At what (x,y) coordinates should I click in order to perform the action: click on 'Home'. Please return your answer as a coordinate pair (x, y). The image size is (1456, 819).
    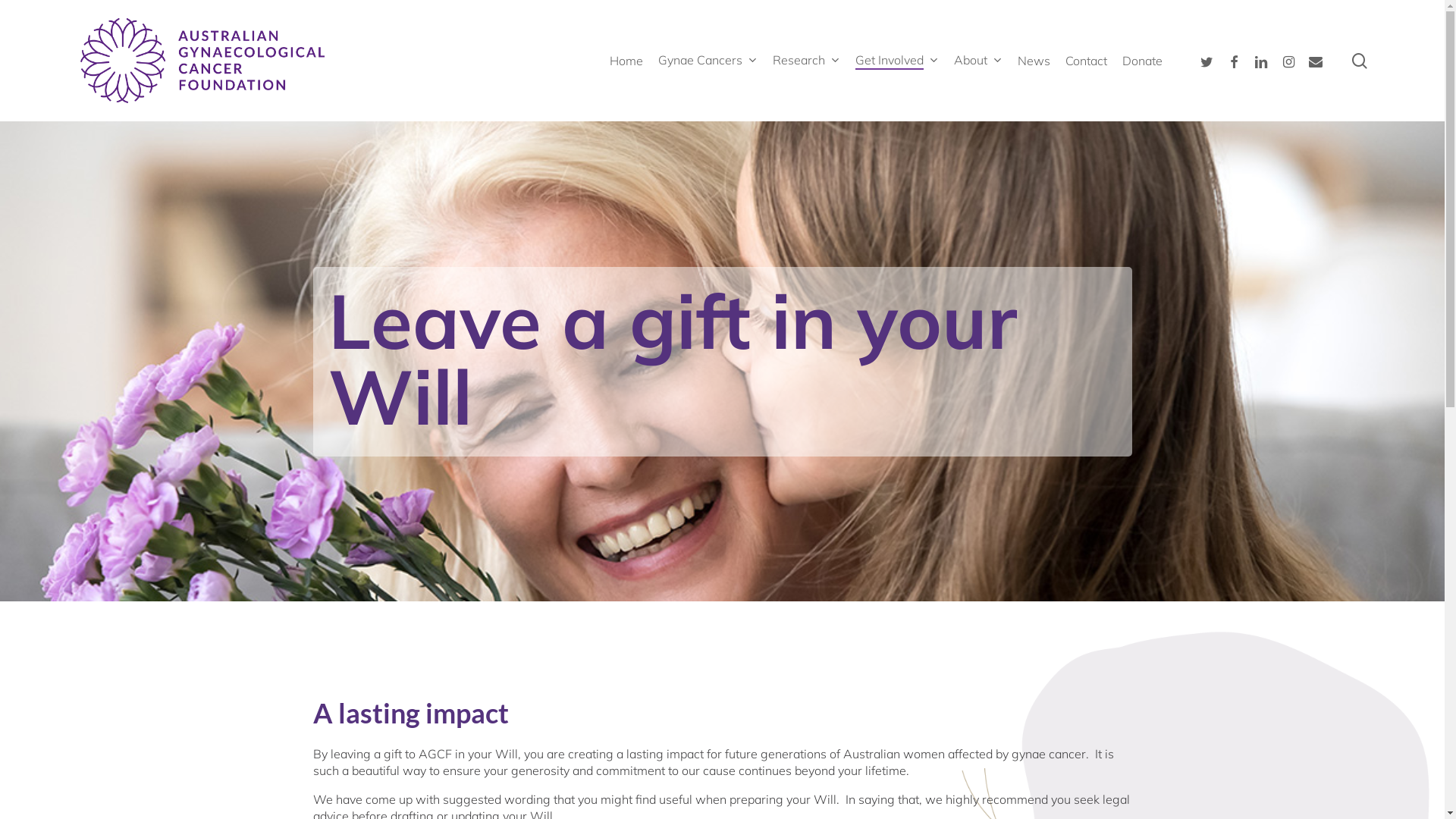
    Looking at the image, I should click on (626, 60).